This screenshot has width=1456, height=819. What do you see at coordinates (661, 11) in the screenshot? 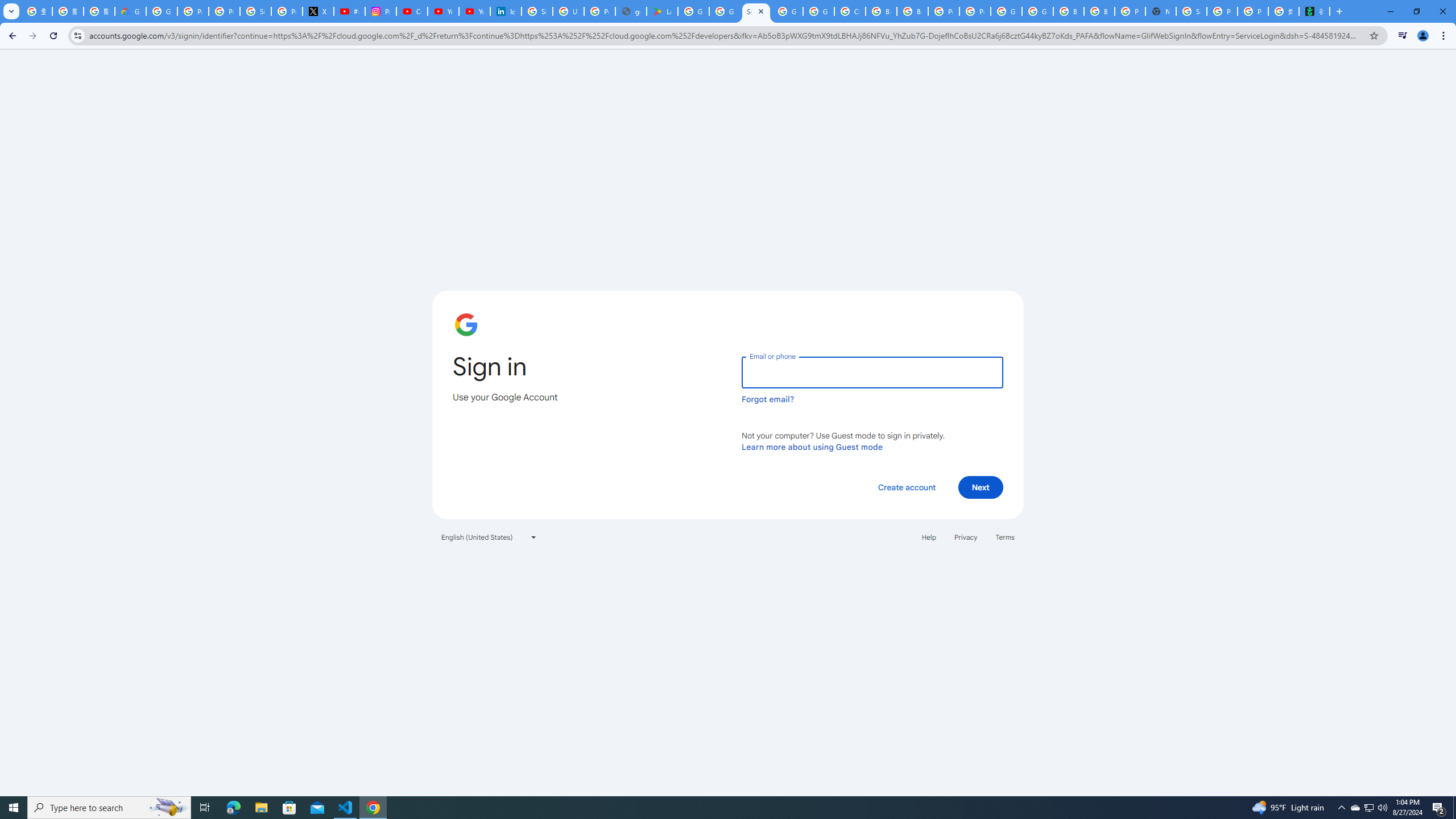
I see `'Last Shelter: Survival - Apps on Google Play'` at bounding box center [661, 11].